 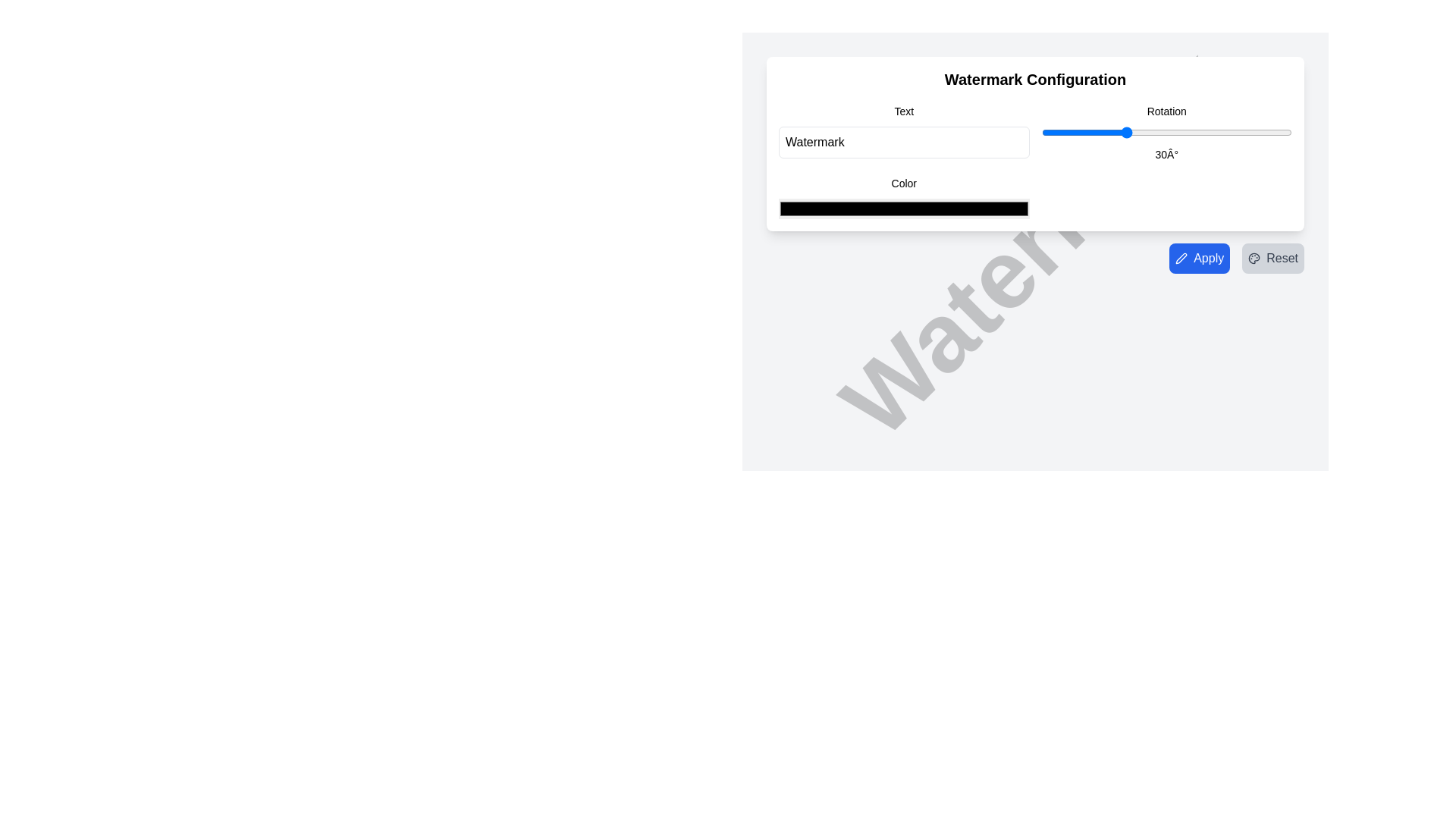 What do you see at coordinates (1273, 257) in the screenshot?
I see `the reset button located in the bottom right area of the 'Watermark Configuration' dialog box` at bounding box center [1273, 257].